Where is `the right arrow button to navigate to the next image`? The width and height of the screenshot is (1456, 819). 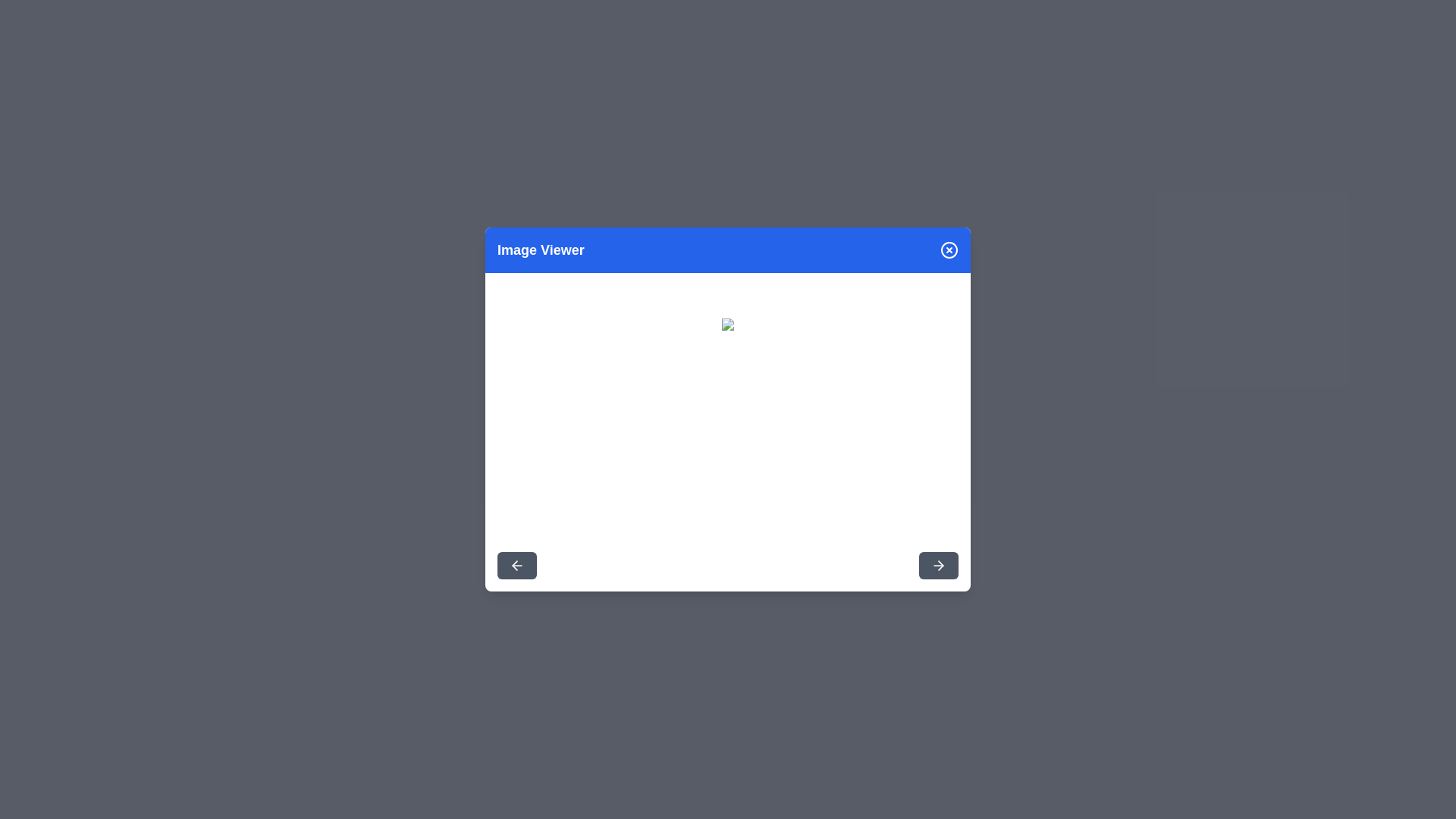 the right arrow button to navigate to the next image is located at coordinates (938, 565).